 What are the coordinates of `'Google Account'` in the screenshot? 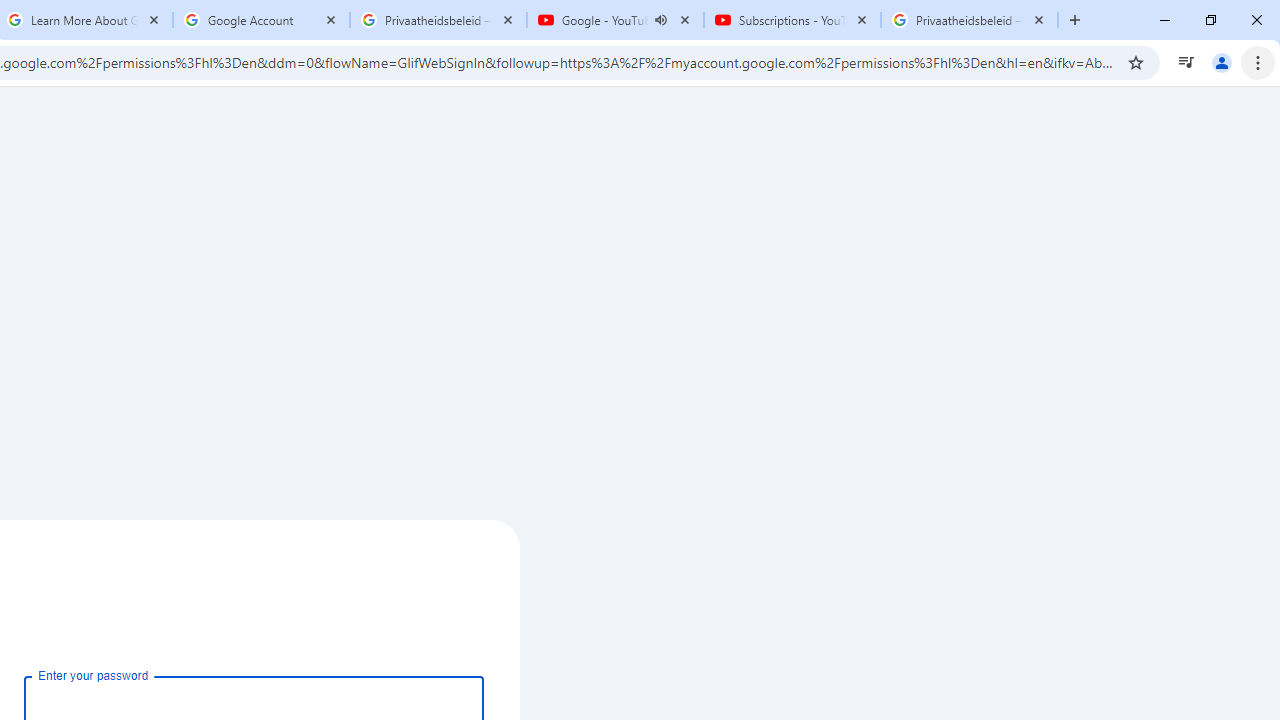 It's located at (260, 20).